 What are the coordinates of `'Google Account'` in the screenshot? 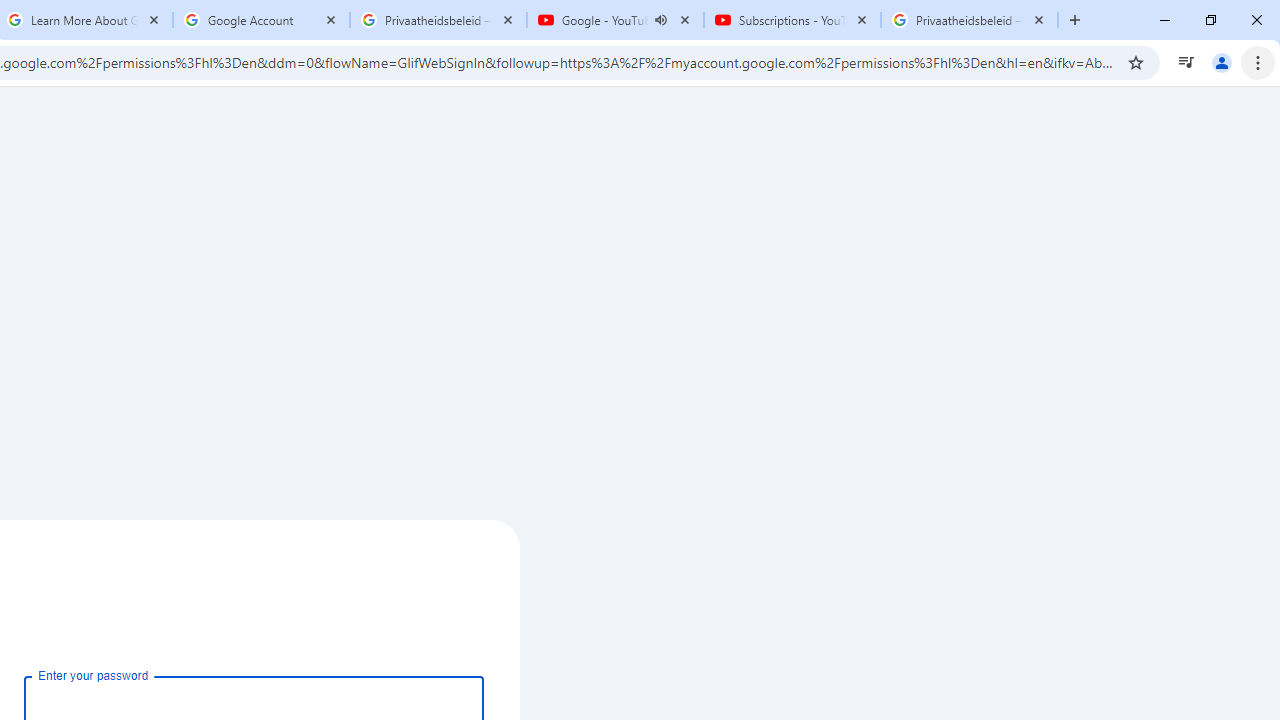 It's located at (260, 20).